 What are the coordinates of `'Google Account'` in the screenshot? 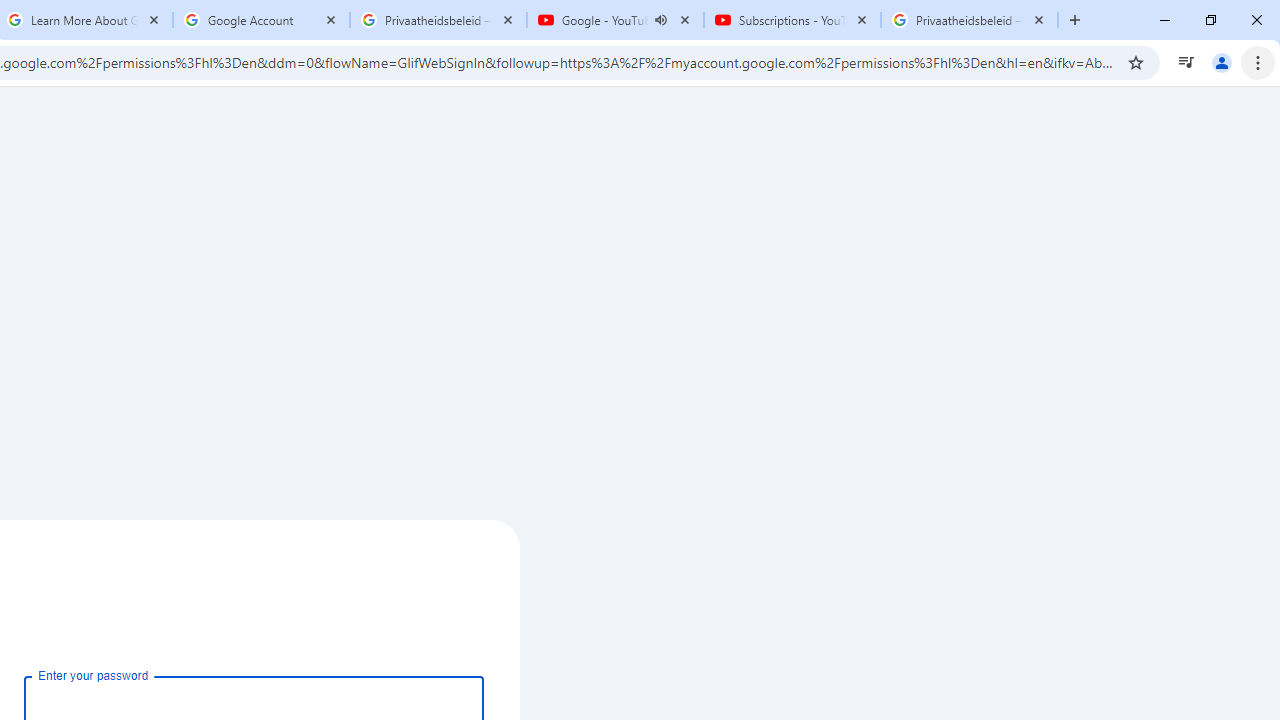 It's located at (260, 20).